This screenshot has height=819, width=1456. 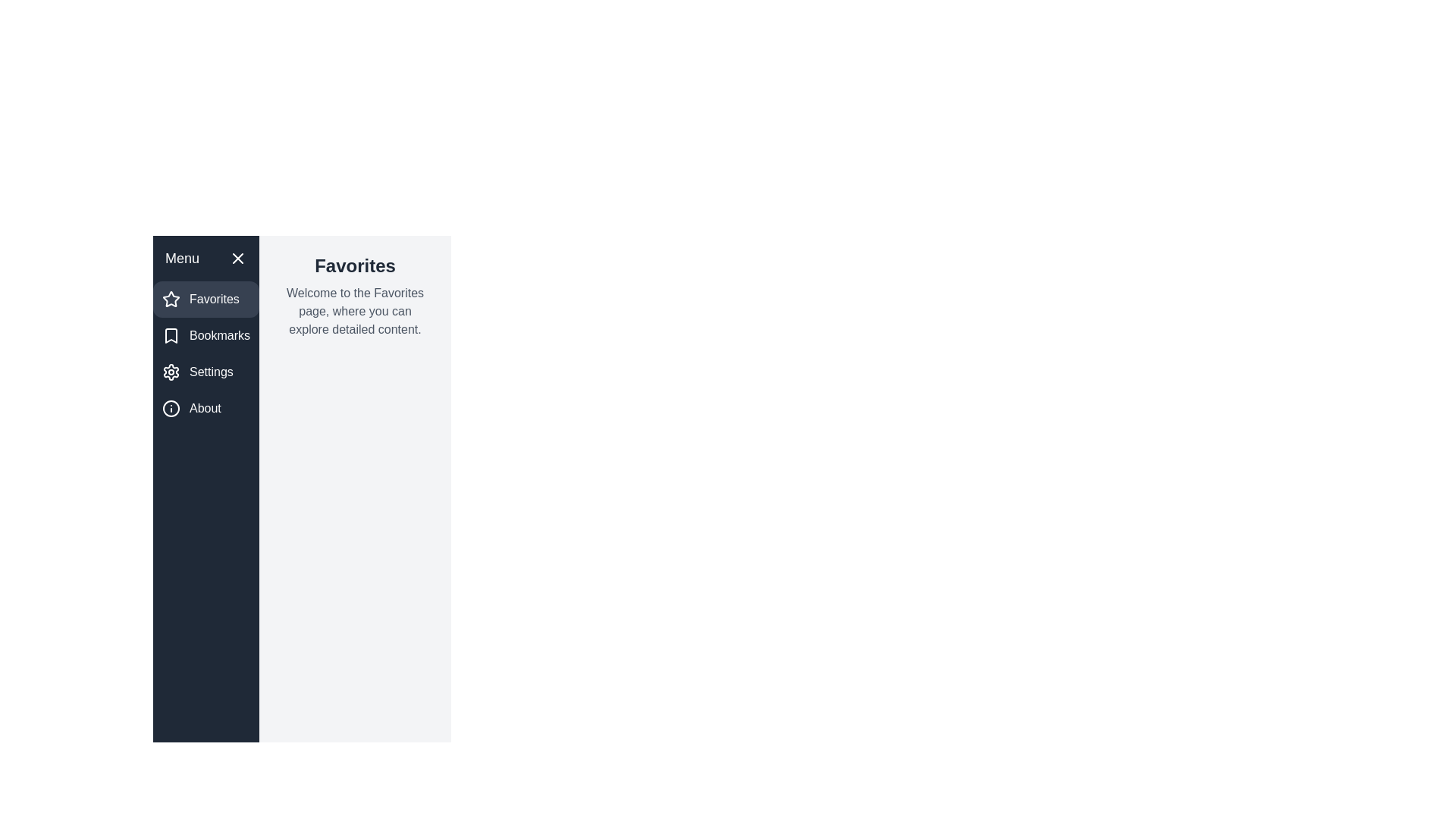 I want to click on the Text label located in the dark sidebar, which serves as a descriptor for the menu area, so click(x=182, y=257).